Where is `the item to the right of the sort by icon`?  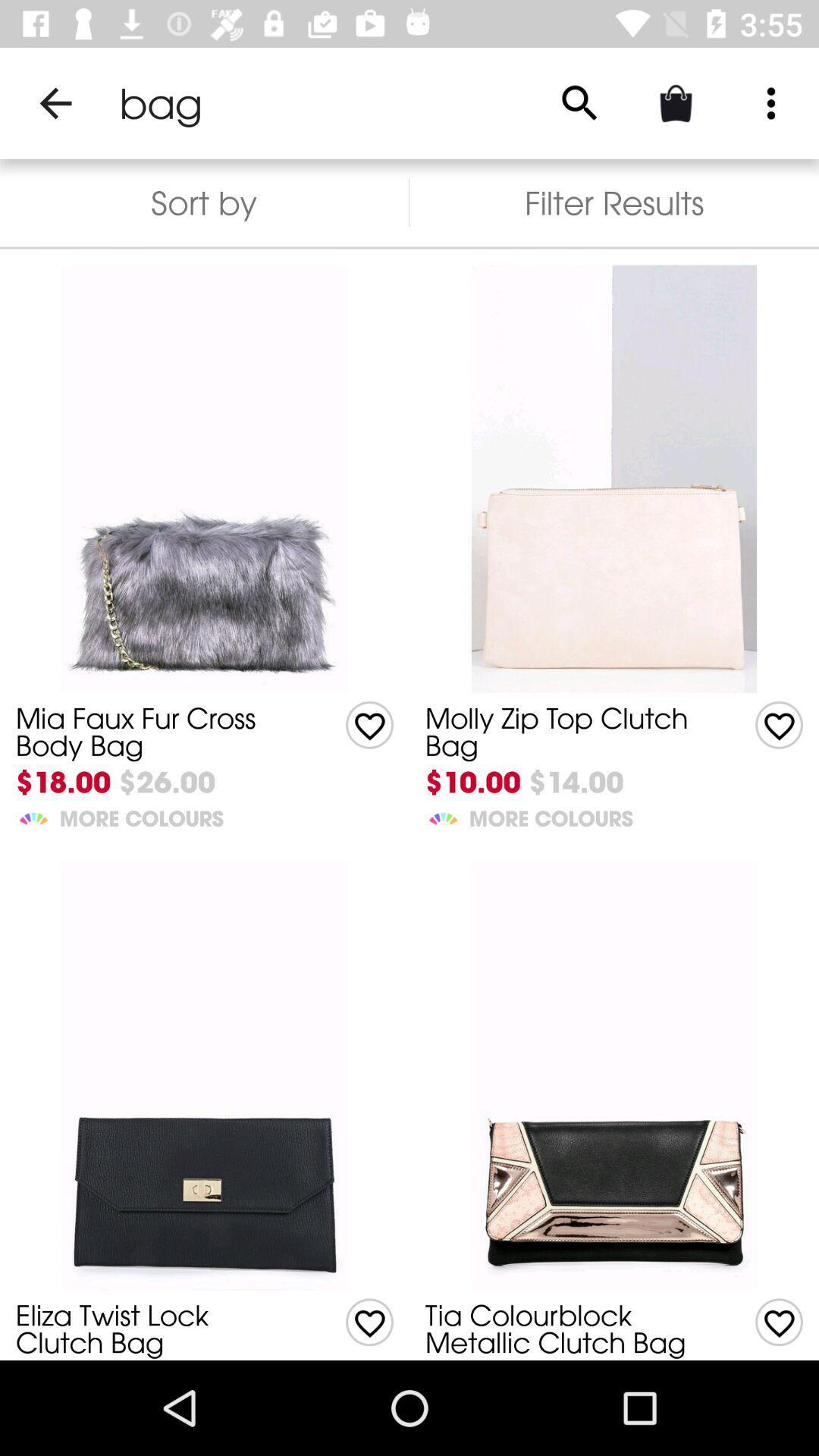
the item to the right of the sort by icon is located at coordinates (614, 202).